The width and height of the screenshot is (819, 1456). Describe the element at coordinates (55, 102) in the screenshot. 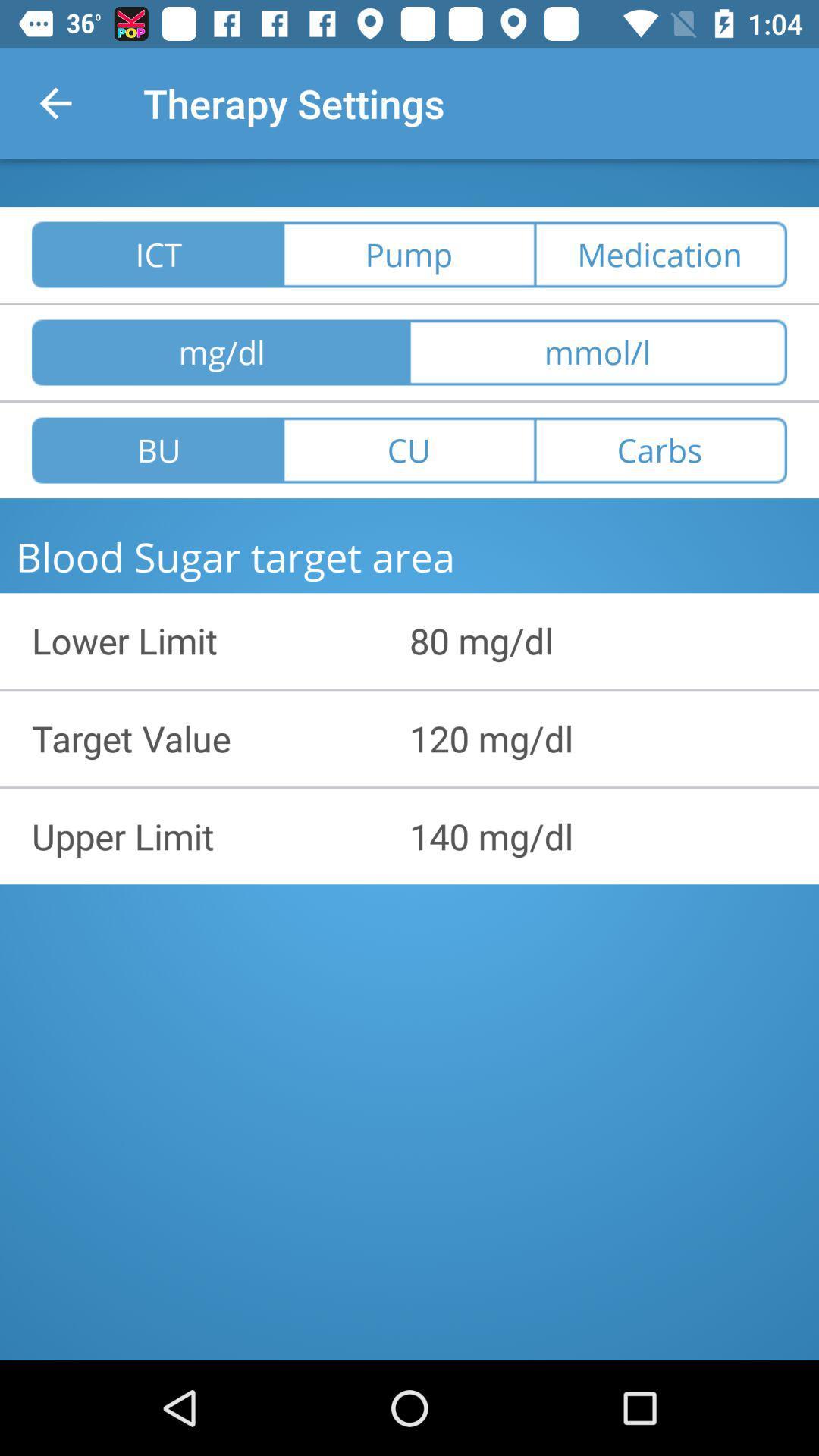

I see `the item next to the therapy settings icon` at that location.